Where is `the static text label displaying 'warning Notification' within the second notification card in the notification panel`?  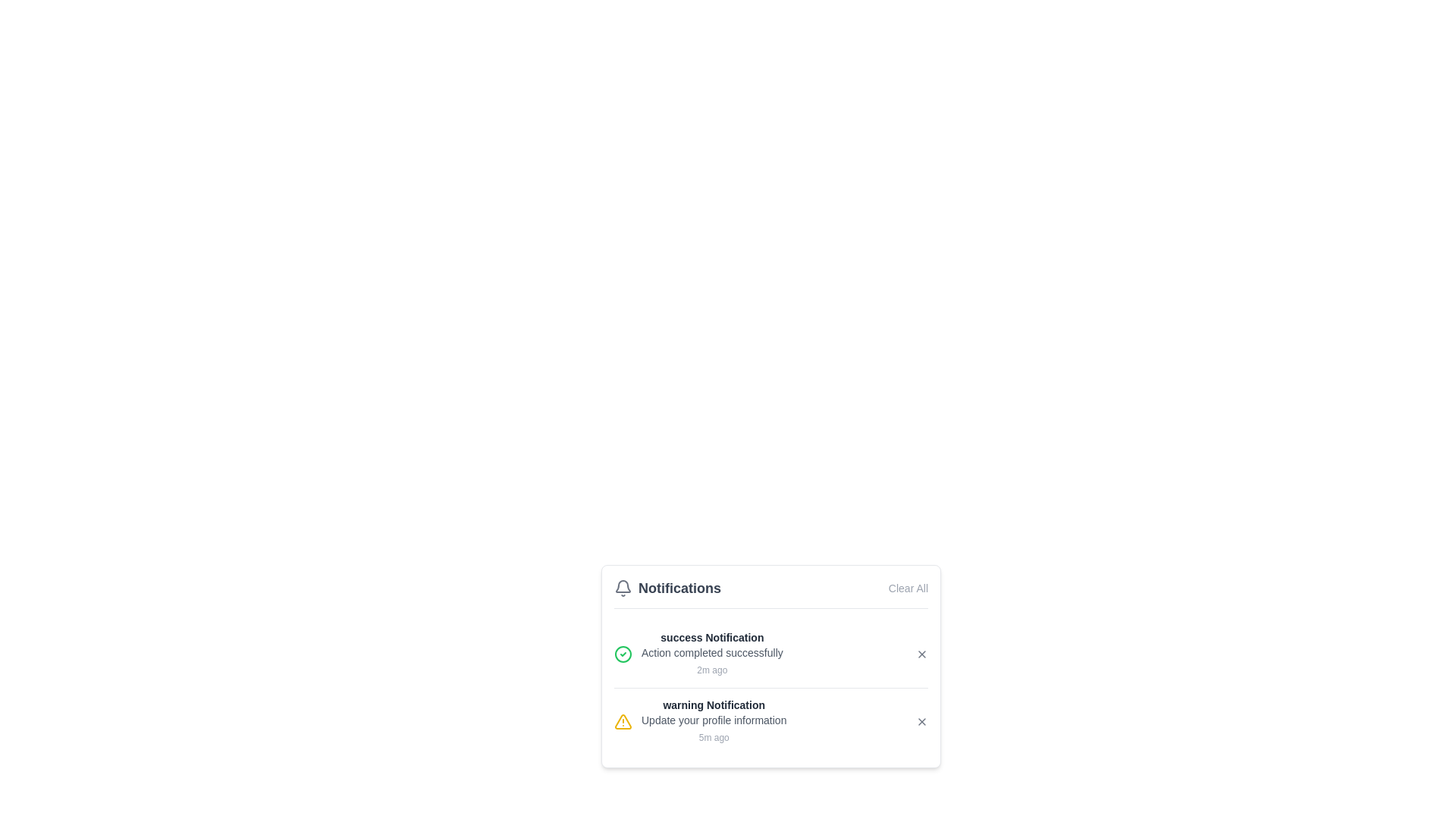
the static text label displaying 'warning Notification' within the second notification card in the notification panel is located at coordinates (713, 704).